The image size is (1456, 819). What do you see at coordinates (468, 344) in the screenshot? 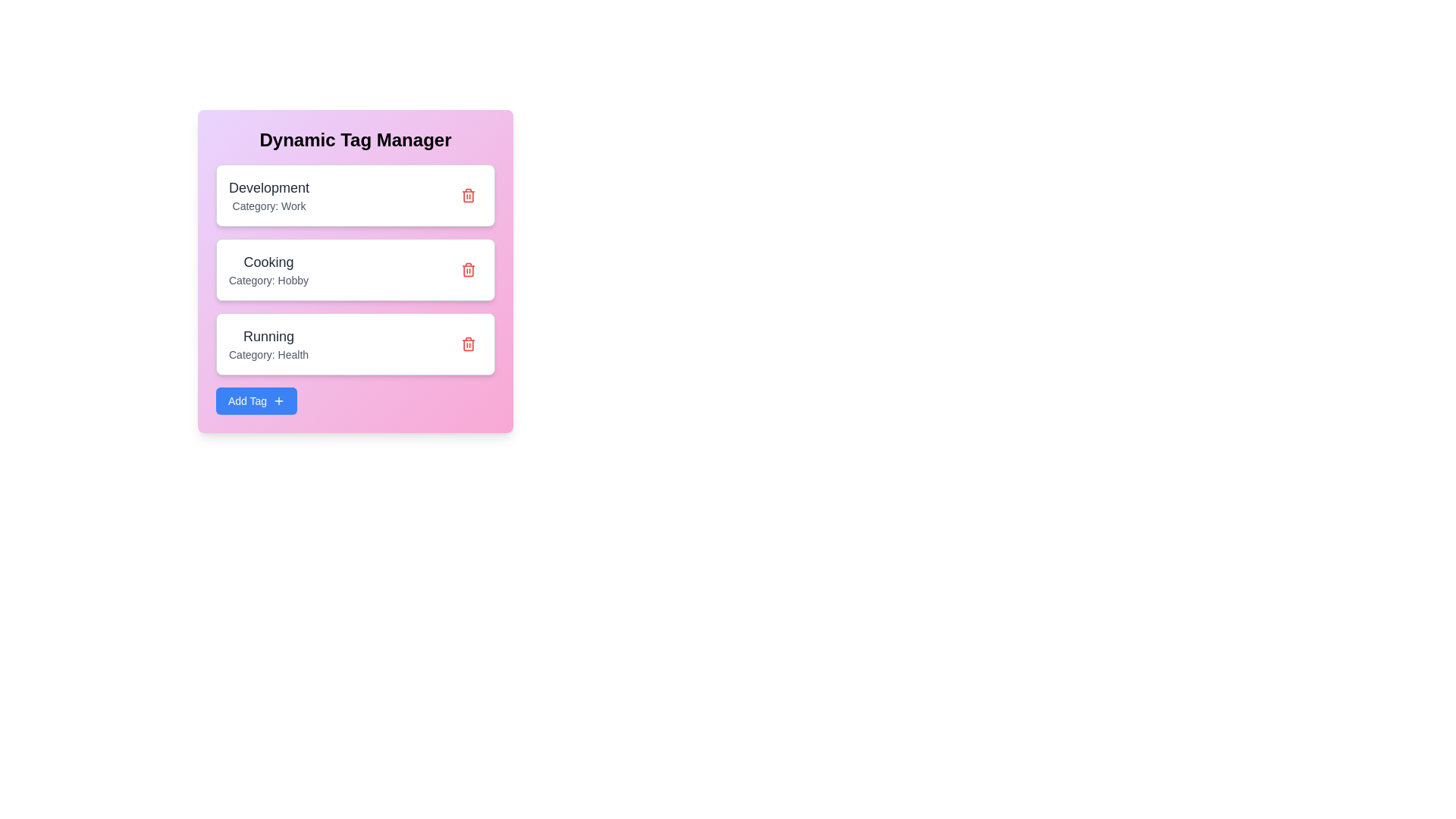
I see `the tag named Running by clicking the trash icon next to it` at bounding box center [468, 344].